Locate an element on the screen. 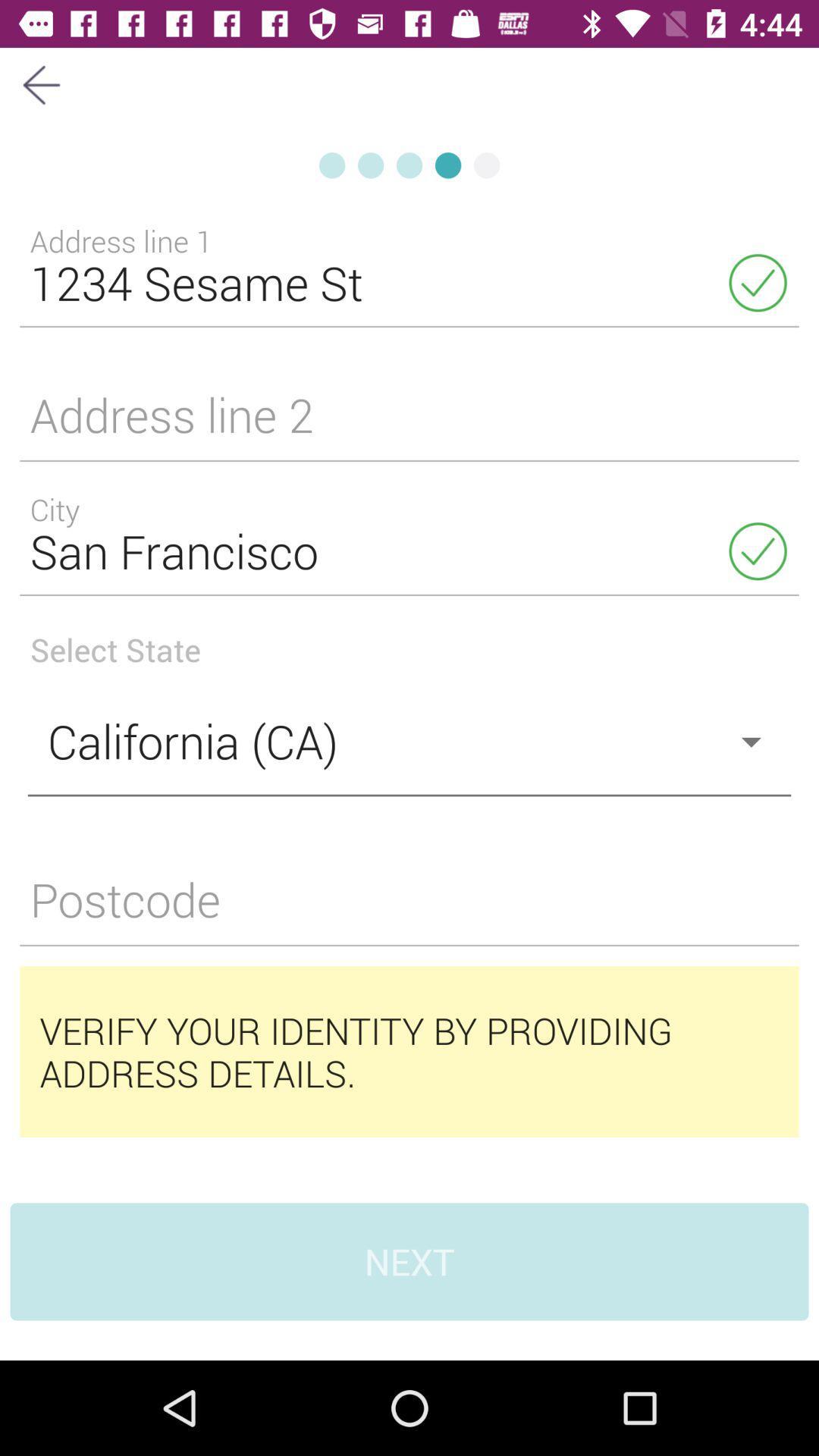 The height and width of the screenshot is (1456, 819). postcode is located at coordinates (409, 908).